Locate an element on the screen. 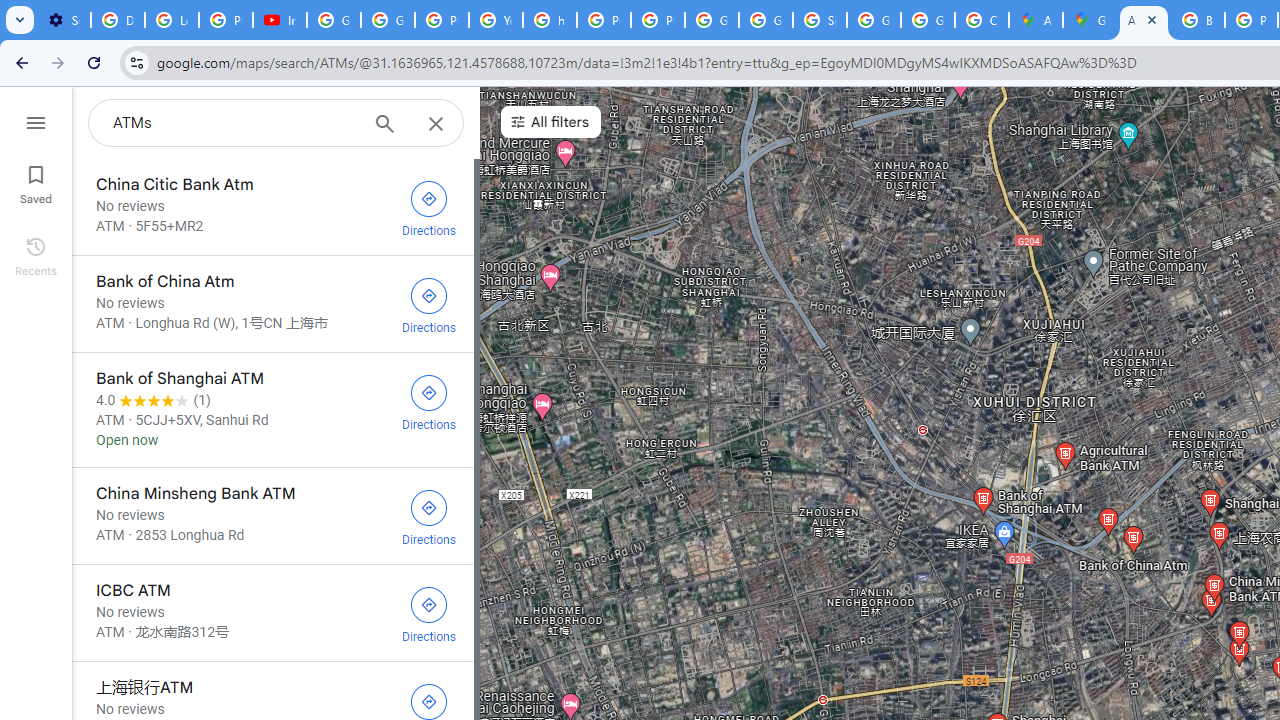  'Bank of China Atm' is located at coordinates (271, 304).